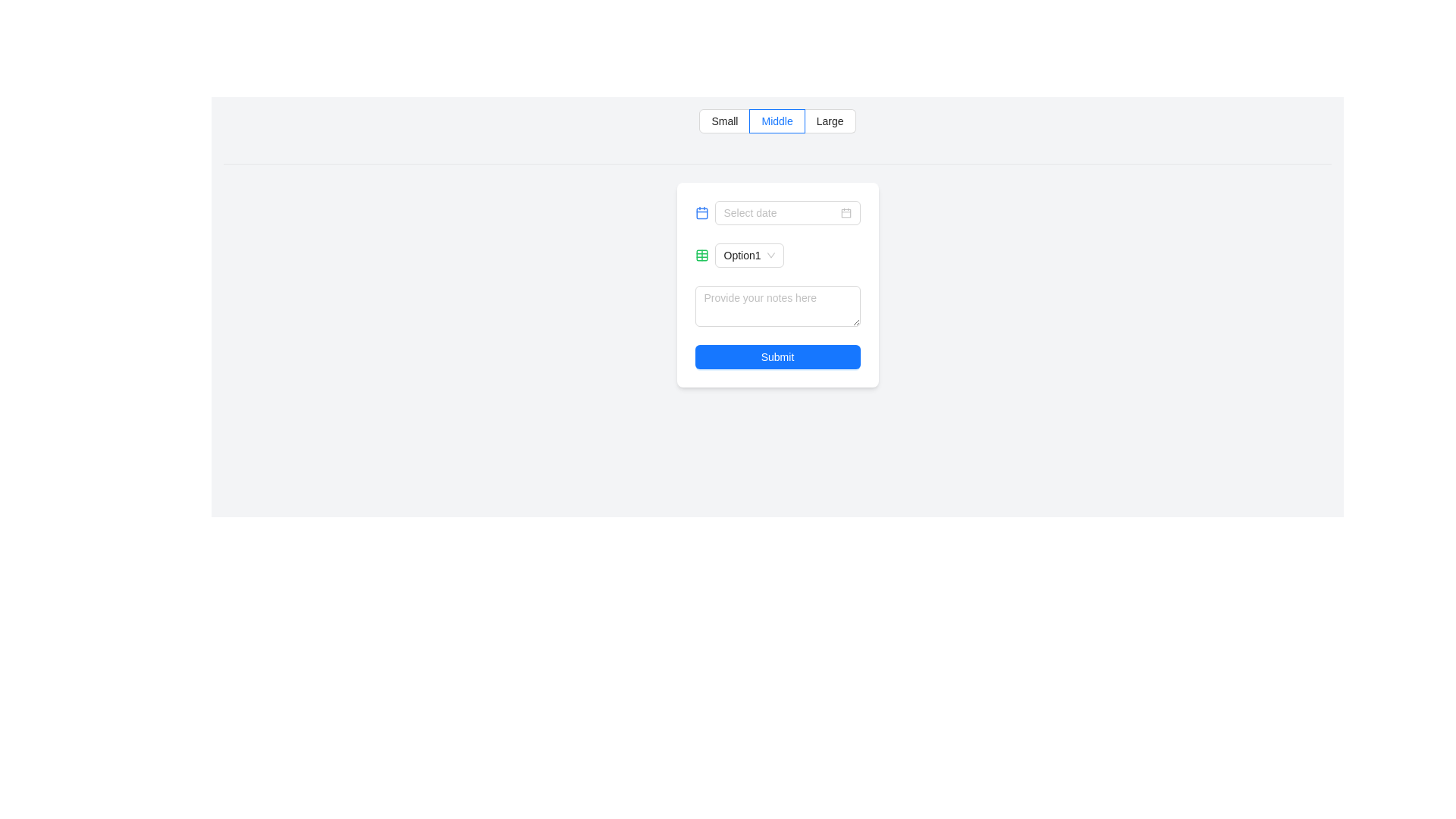 The width and height of the screenshot is (1456, 819). Describe the element at coordinates (701, 254) in the screenshot. I see `the green-bordered square cell in the second row and first column of the table layout` at that location.